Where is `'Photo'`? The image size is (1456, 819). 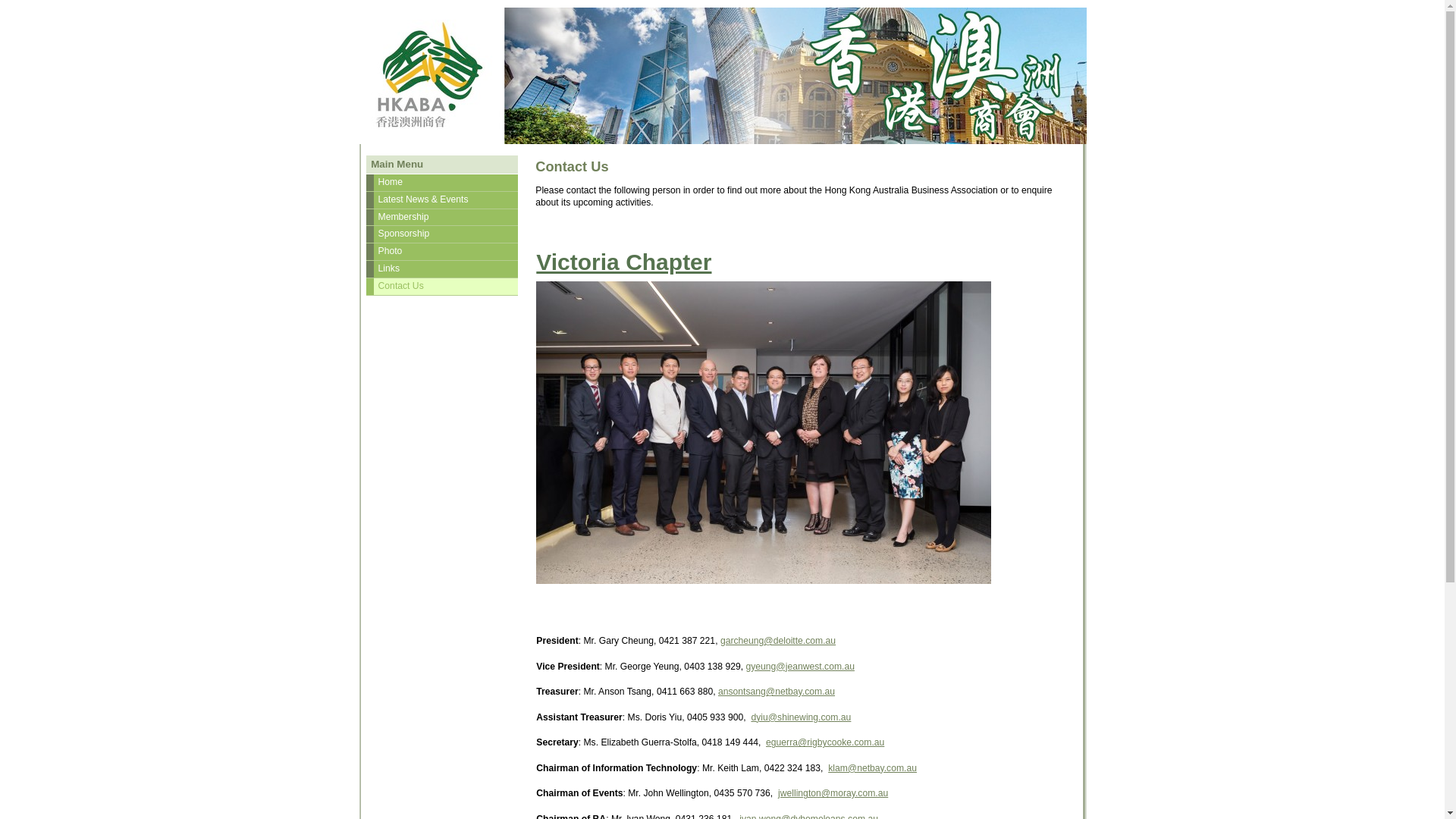
'Photo' is located at coordinates (441, 250).